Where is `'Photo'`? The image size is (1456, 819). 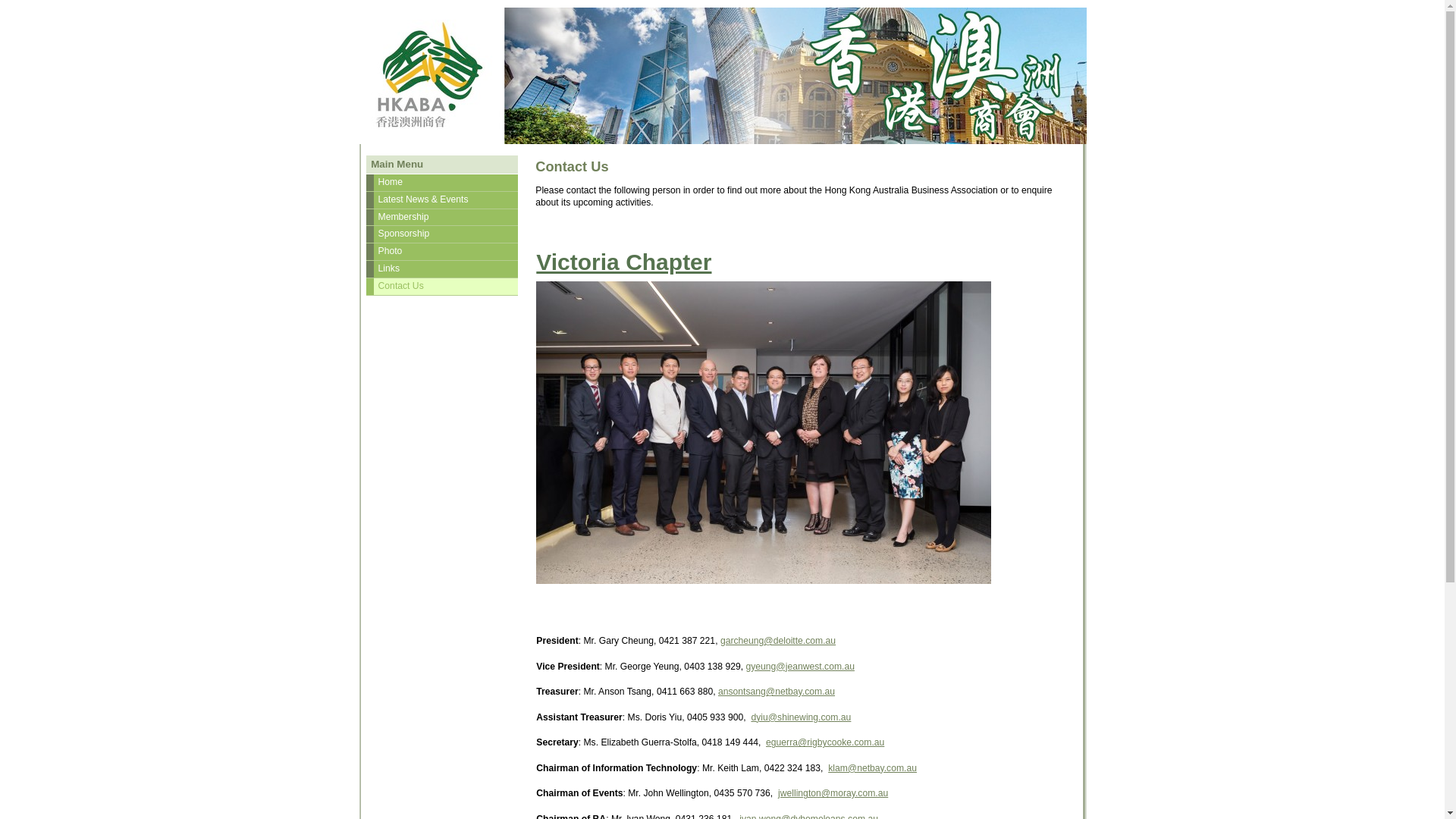
'Photo' is located at coordinates (441, 250).